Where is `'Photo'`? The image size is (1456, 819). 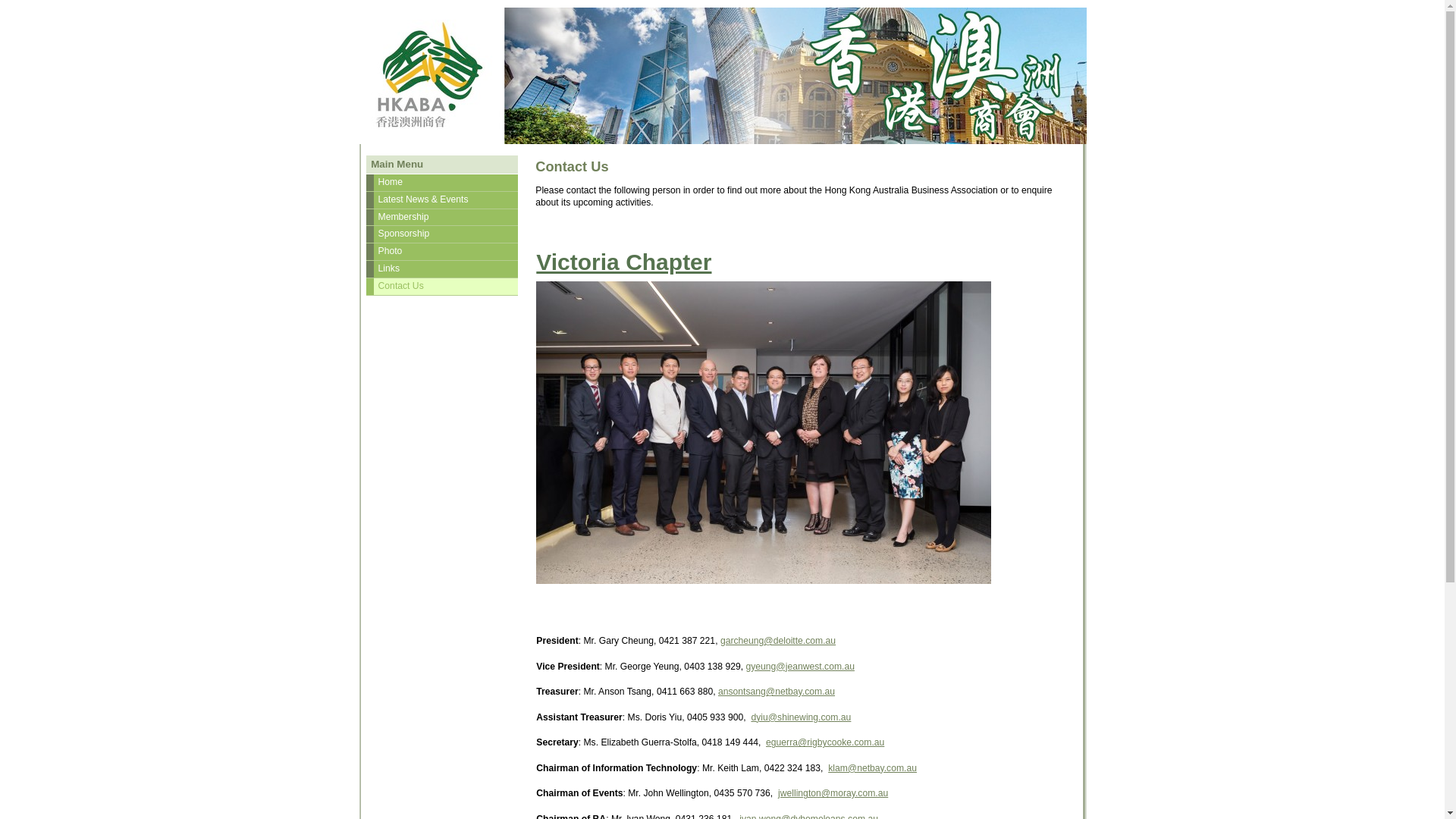
'Photo' is located at coordinates (441, 250).